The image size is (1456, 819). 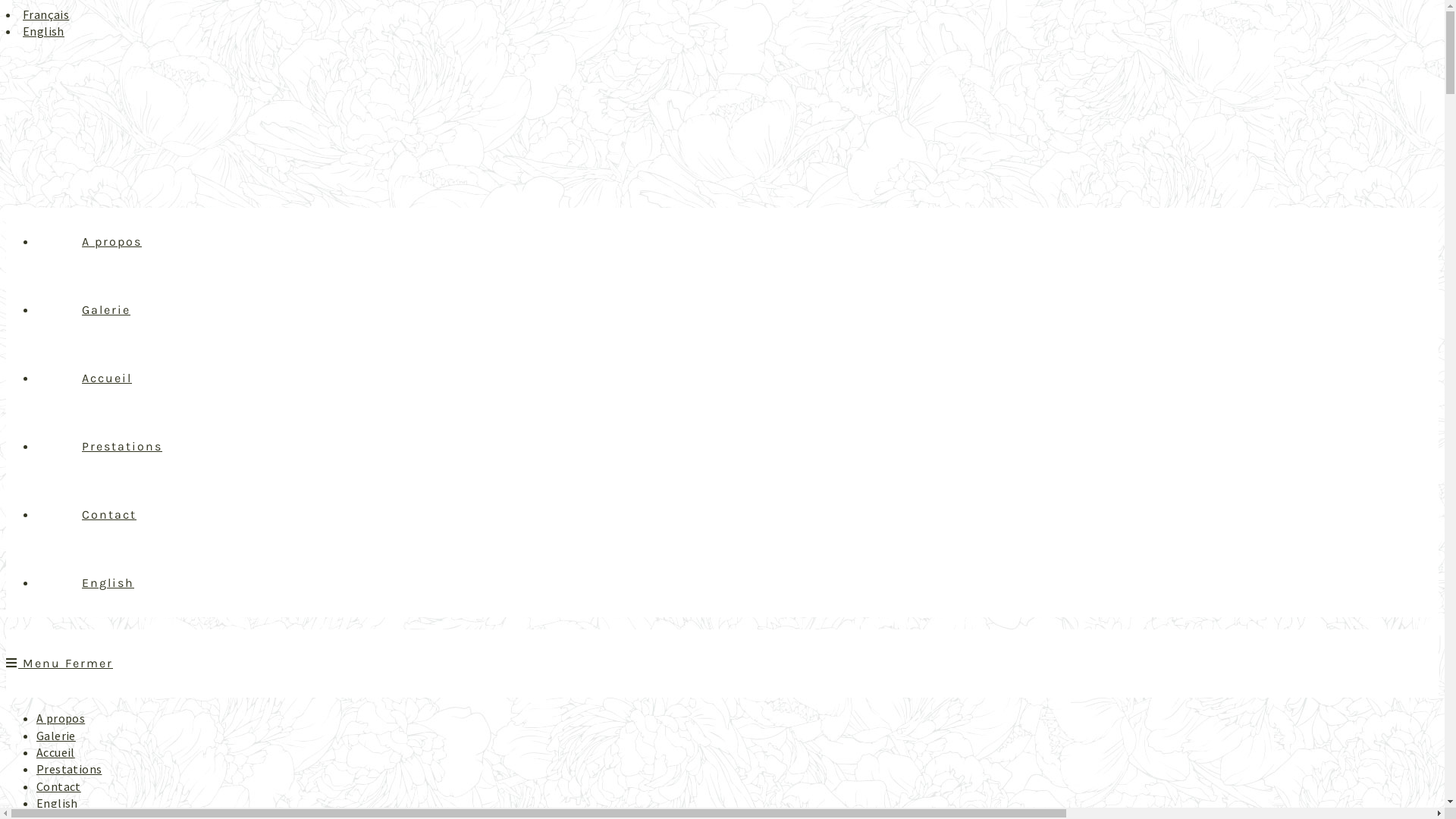 What do you see at coordinates (108, 513) in the screenshot?
I see `'Contact'` at bounding box center [108, 513].